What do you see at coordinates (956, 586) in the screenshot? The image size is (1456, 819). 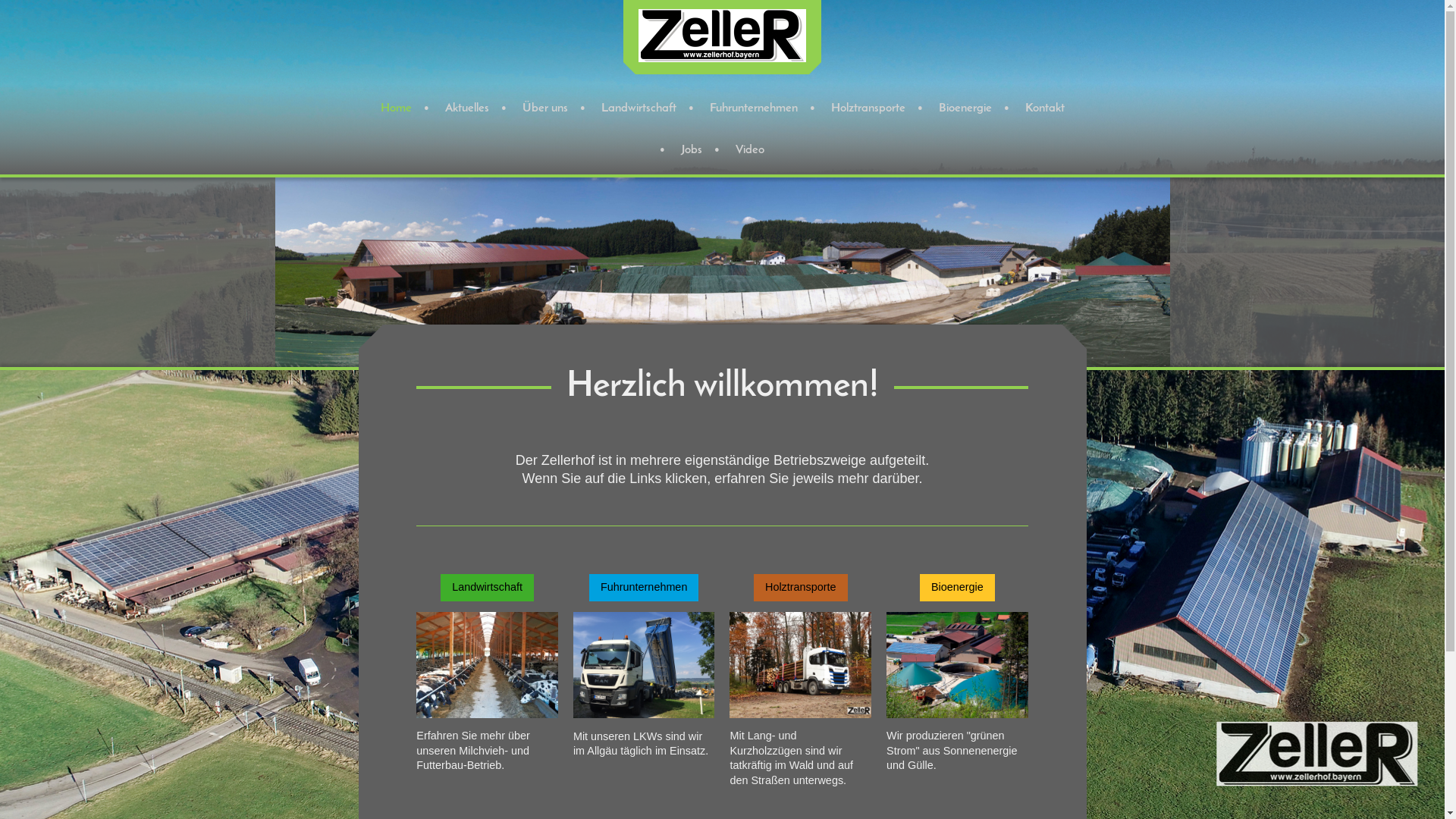 I see `'Bioenergie'` at bounding box center [956, 586].